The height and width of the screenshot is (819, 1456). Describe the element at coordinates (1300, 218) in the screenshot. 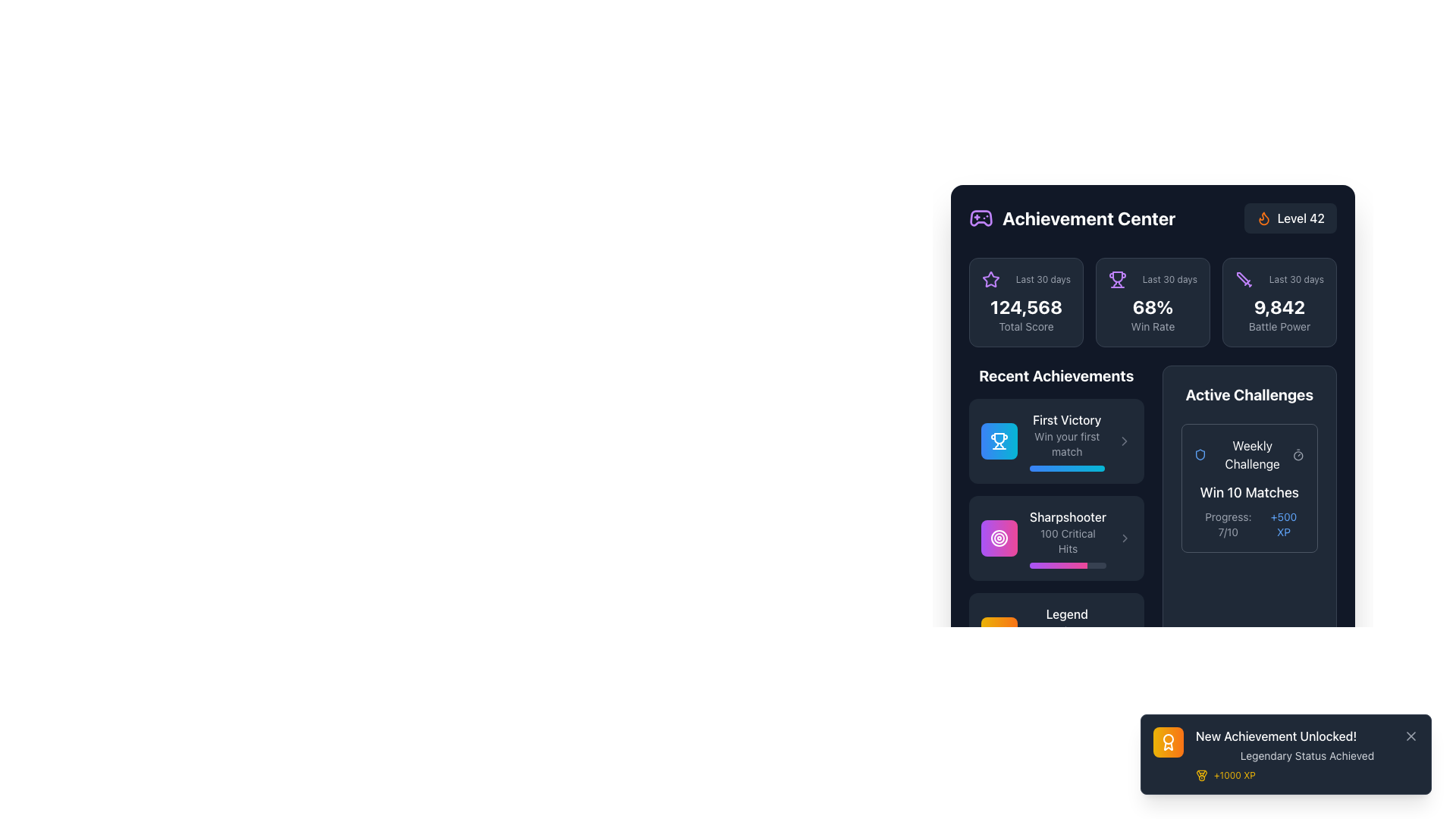

I see `text label indicating the user's current level, which shows 'Level 42' located in the upper right section of a small rectangular dark area with rounded corners` at that location.